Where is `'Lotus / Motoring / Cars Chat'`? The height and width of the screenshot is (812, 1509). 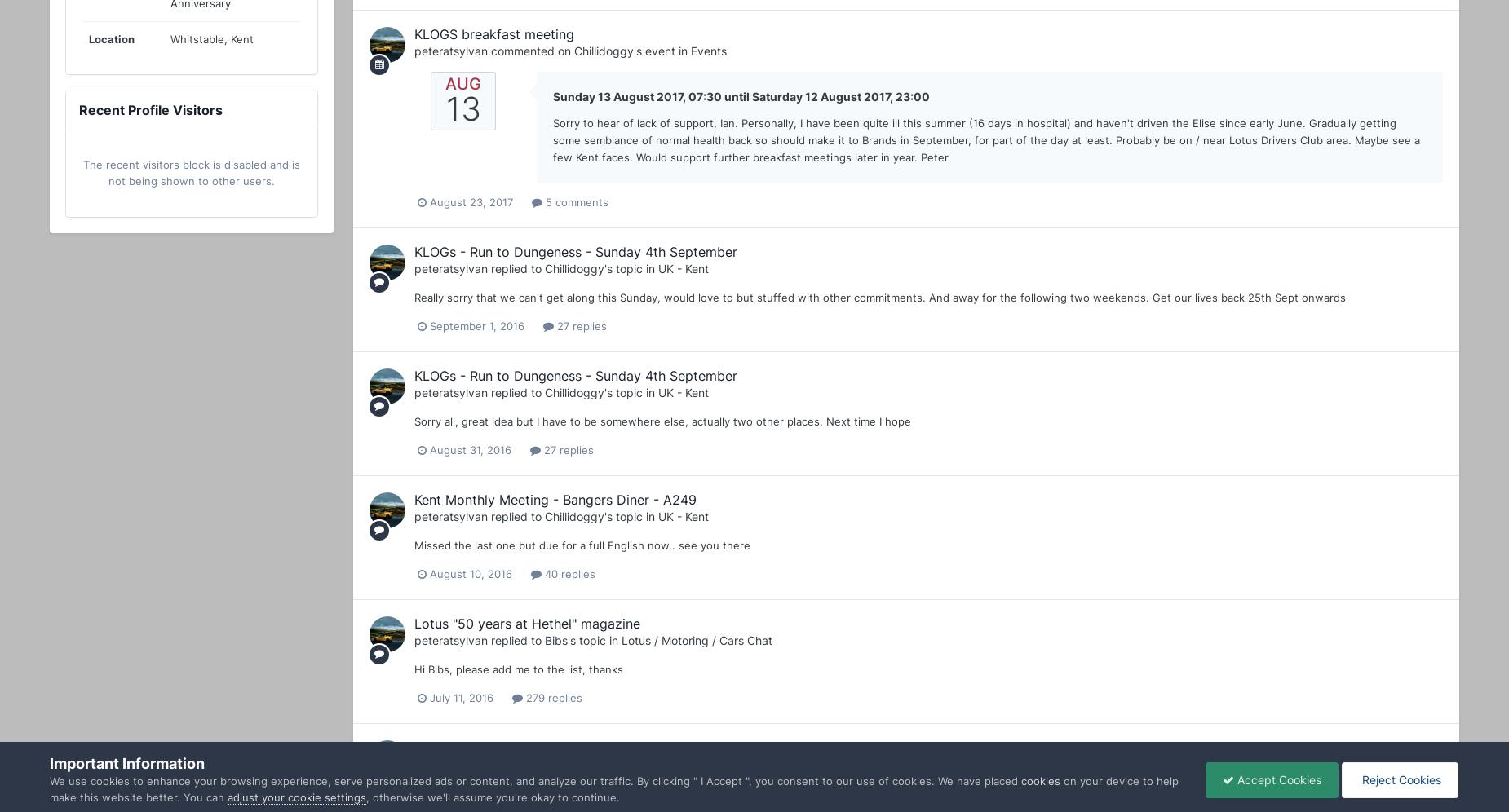 'Lotus / Motoring / Cars Chat' is located at coordinates (697, 640).